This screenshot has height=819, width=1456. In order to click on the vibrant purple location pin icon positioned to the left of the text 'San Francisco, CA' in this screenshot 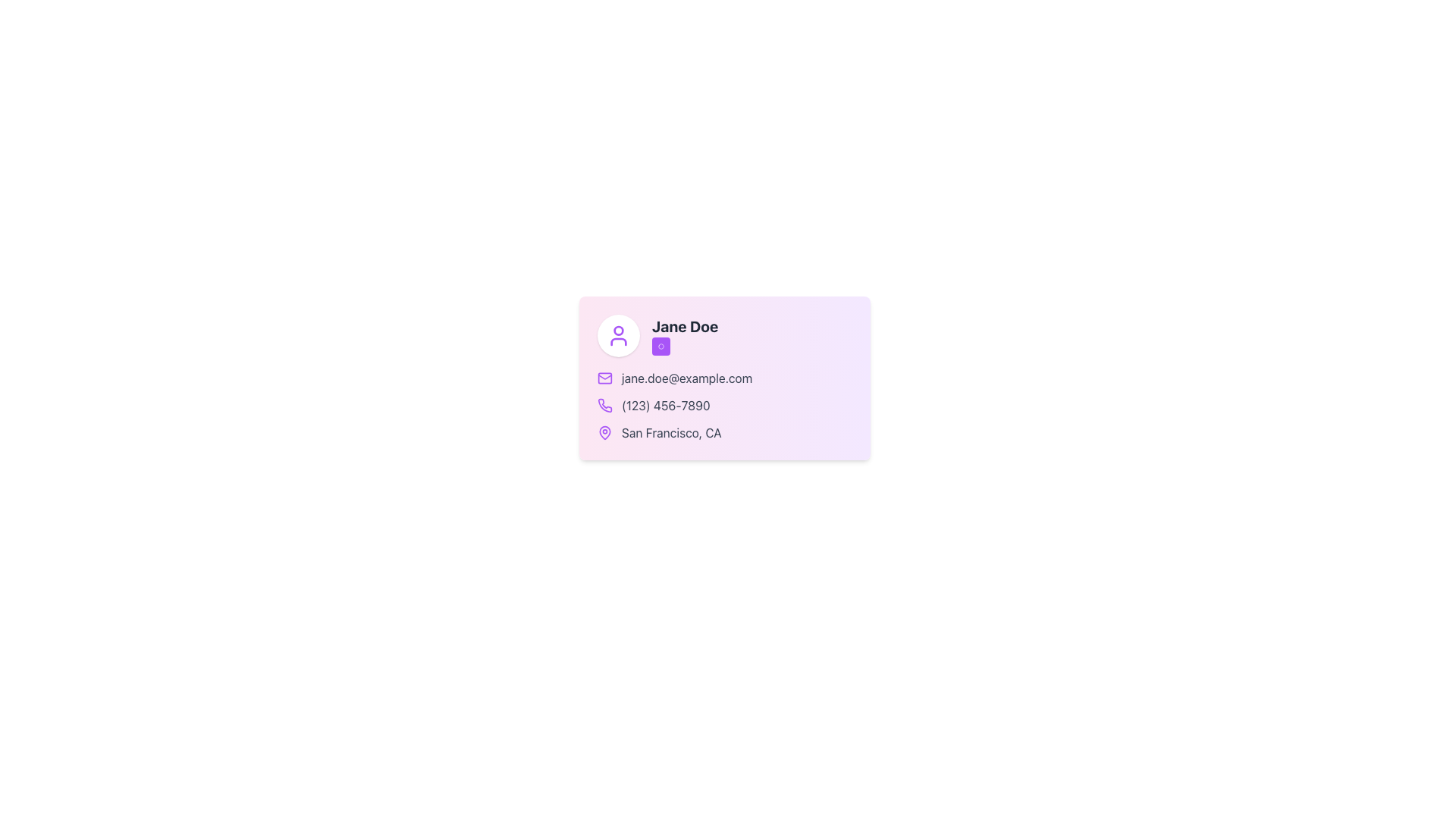, I will do `click(604, 432)`.